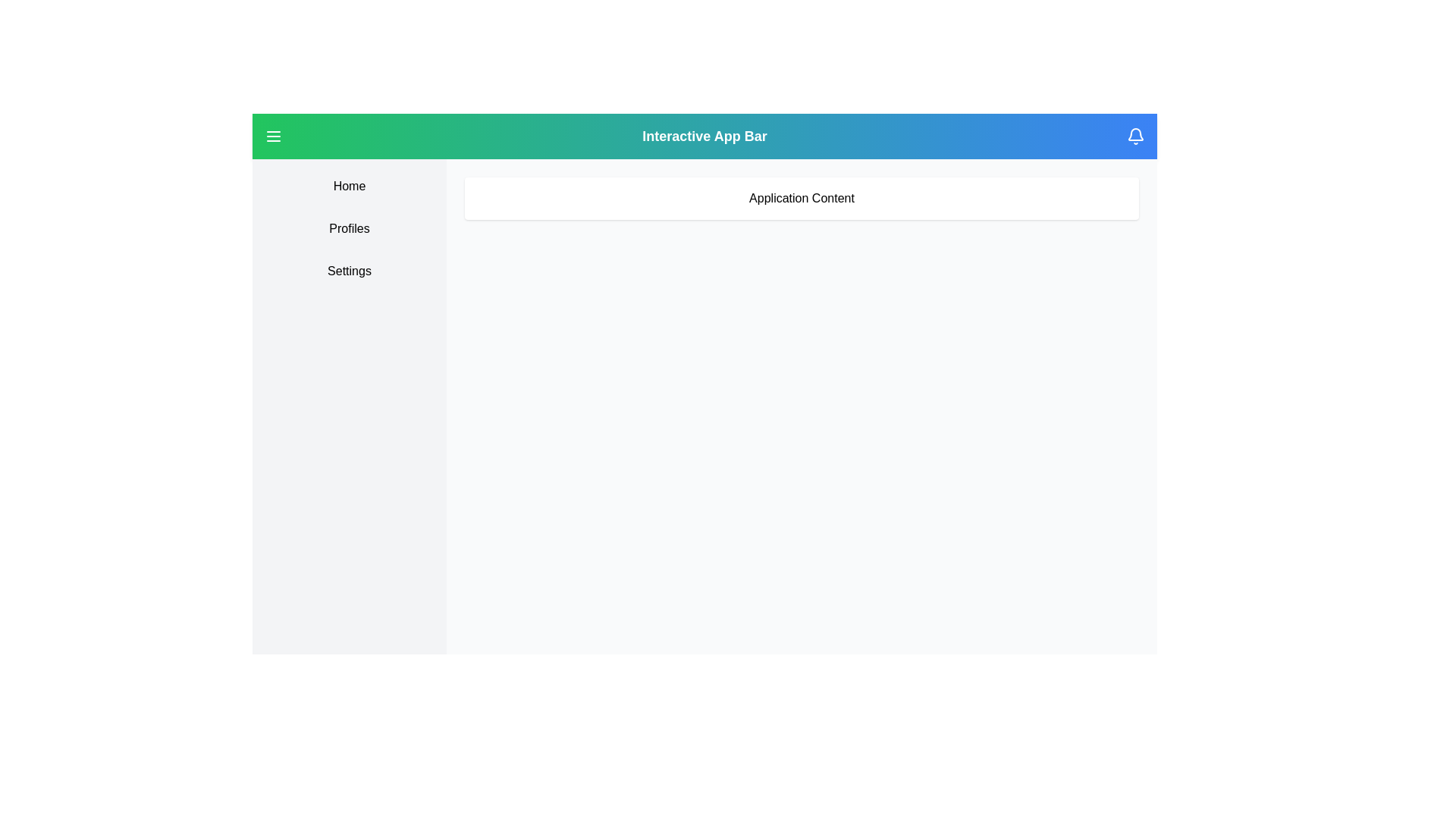 The image size is (1456, 819). Describe the element at coordinates (348, 186) in the screenshot. I see `the sidebar menu item Home to navigate to the corresponding section` at that location.